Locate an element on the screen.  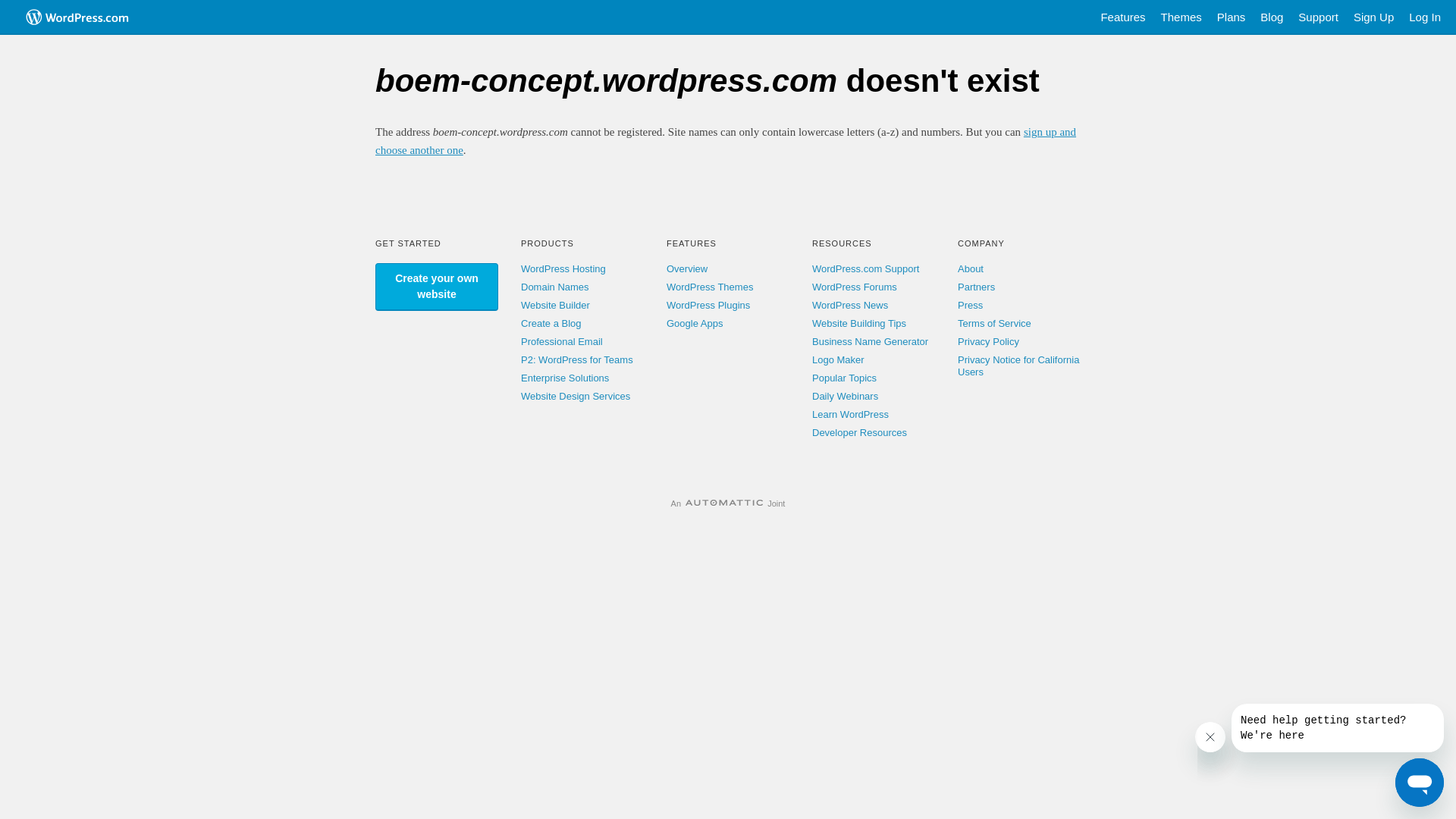
'Business Name Generator' is located at coordinates (870, 341).